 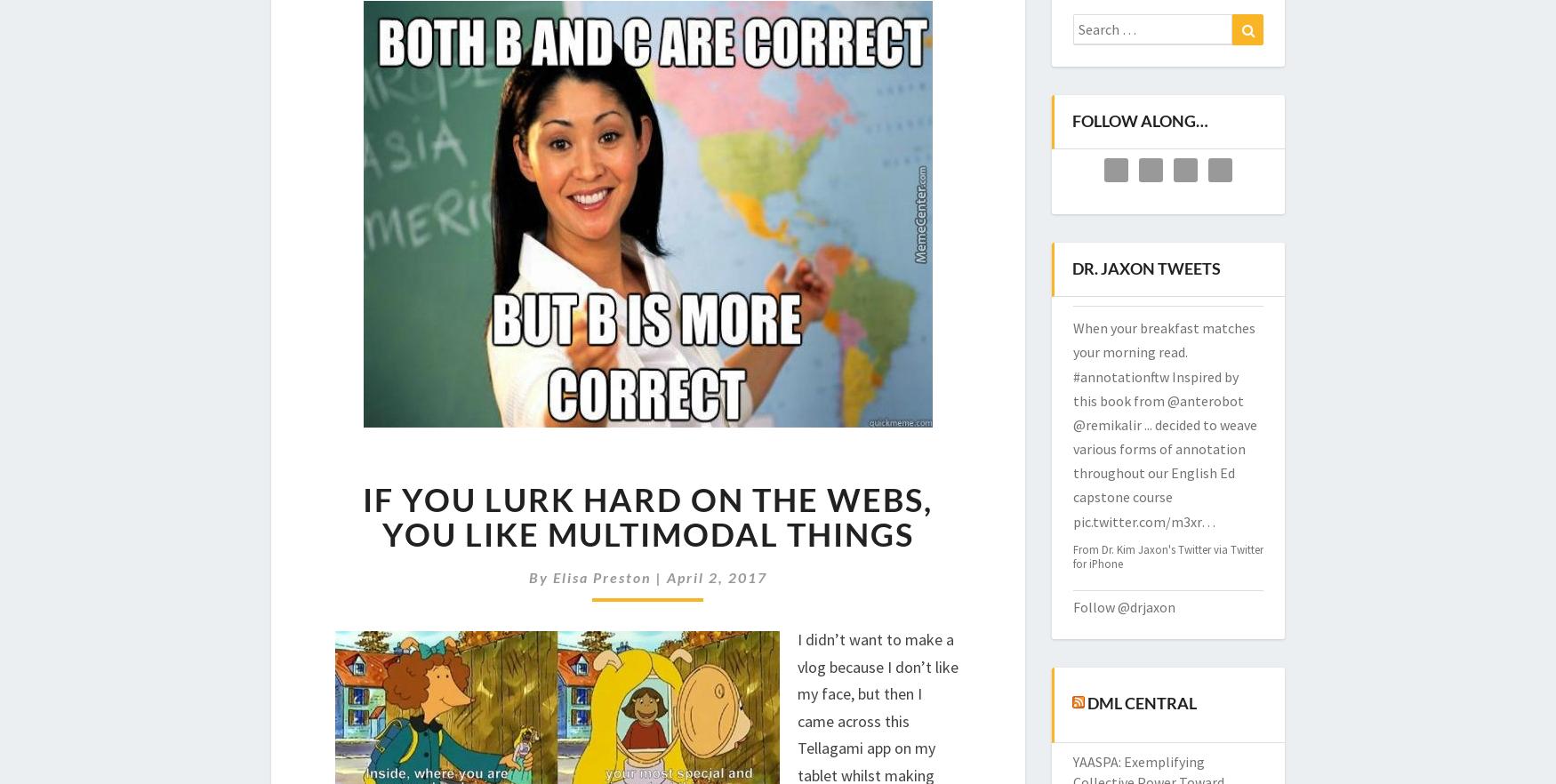 I want to click on 'Follow @drjaxon', so click(x=1122, y=604).